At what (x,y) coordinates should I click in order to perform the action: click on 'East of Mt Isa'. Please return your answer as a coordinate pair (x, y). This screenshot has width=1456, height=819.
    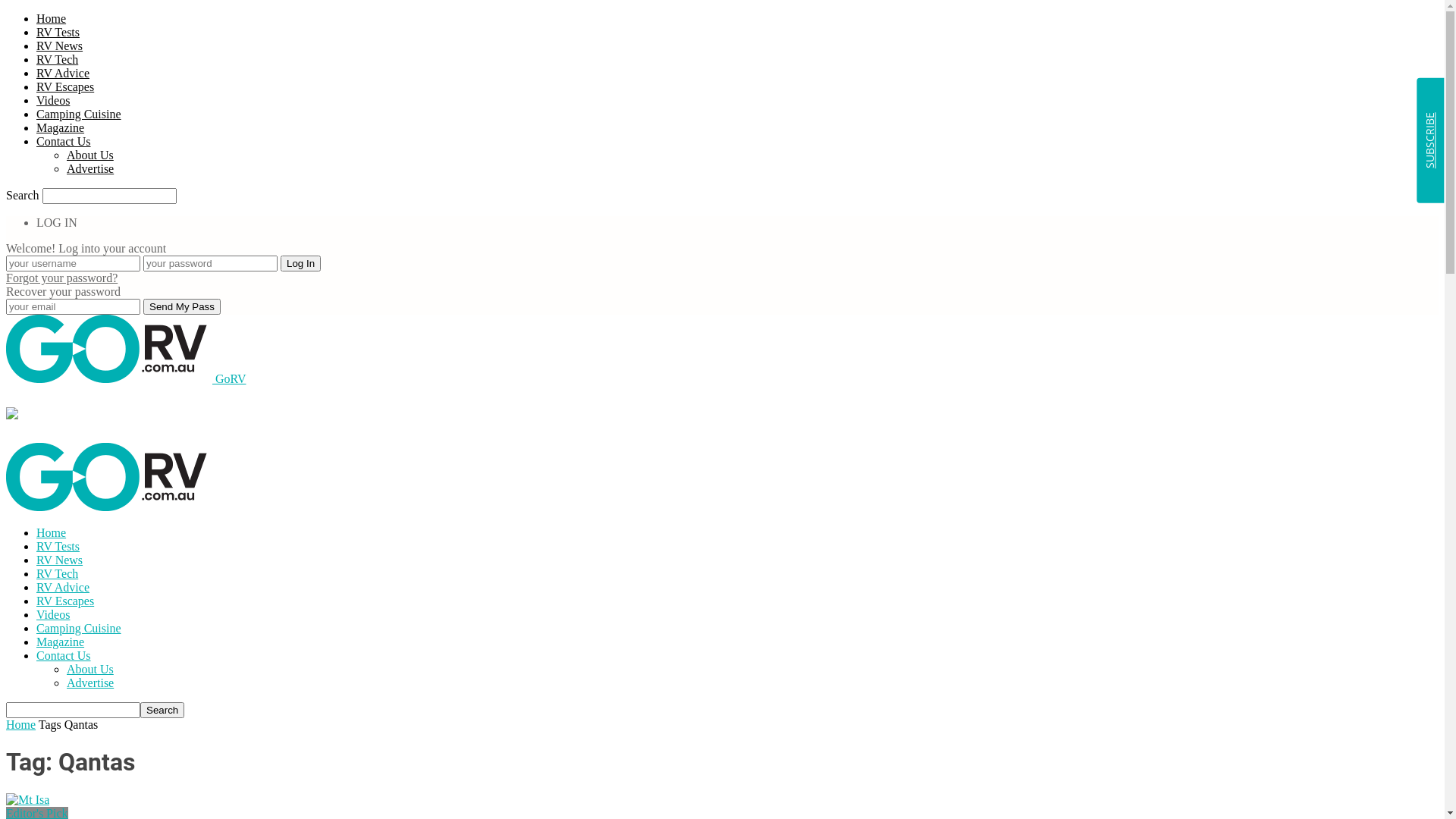
    Looking at the image, I should click on (6, 799).